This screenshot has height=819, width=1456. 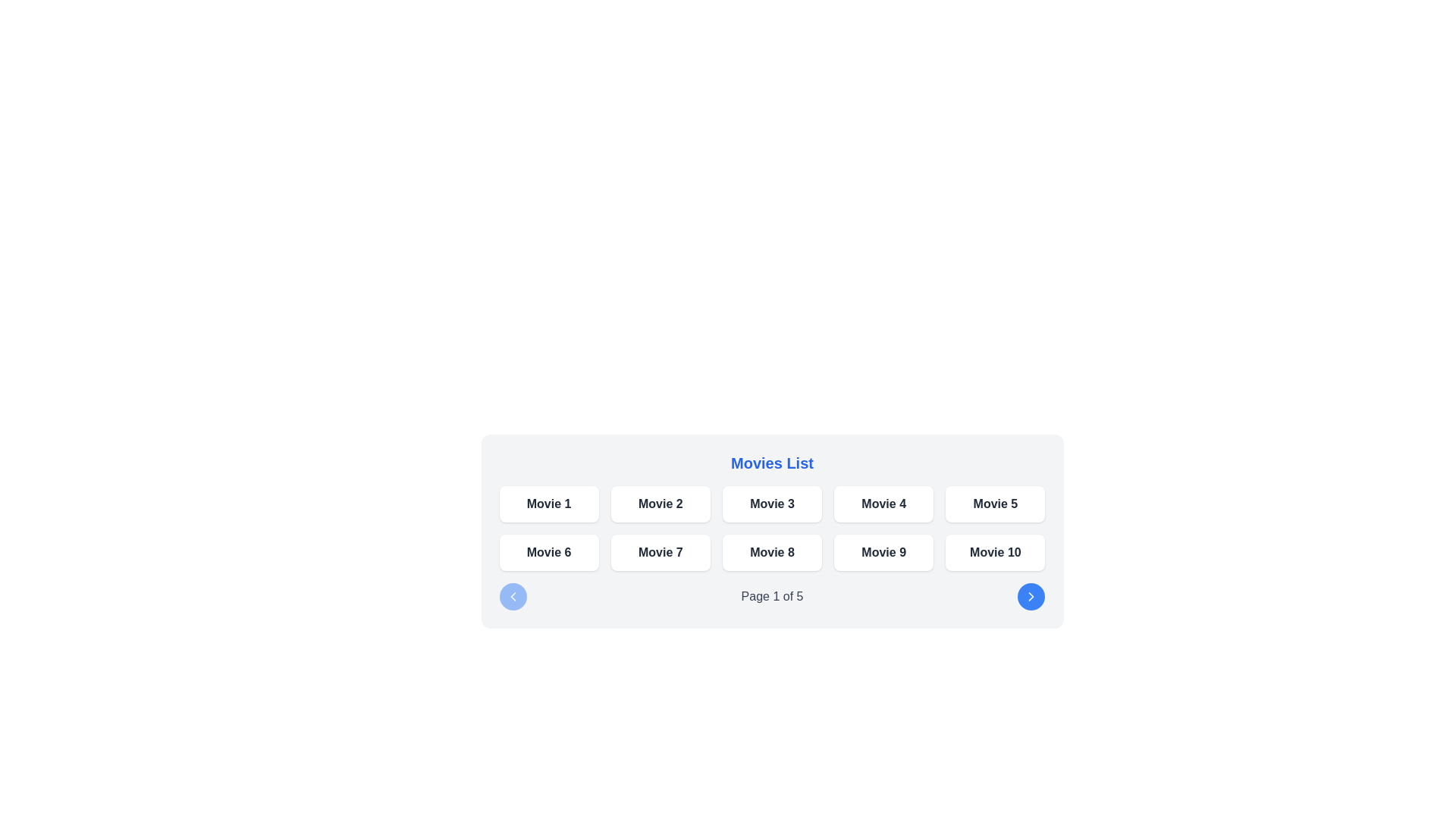 I want to click on the button labeled 'Movie 9' which is a rectangular UI component with a white background and bold dark gray text, located in the second row of the grid layout, so click(x=883, y=553).